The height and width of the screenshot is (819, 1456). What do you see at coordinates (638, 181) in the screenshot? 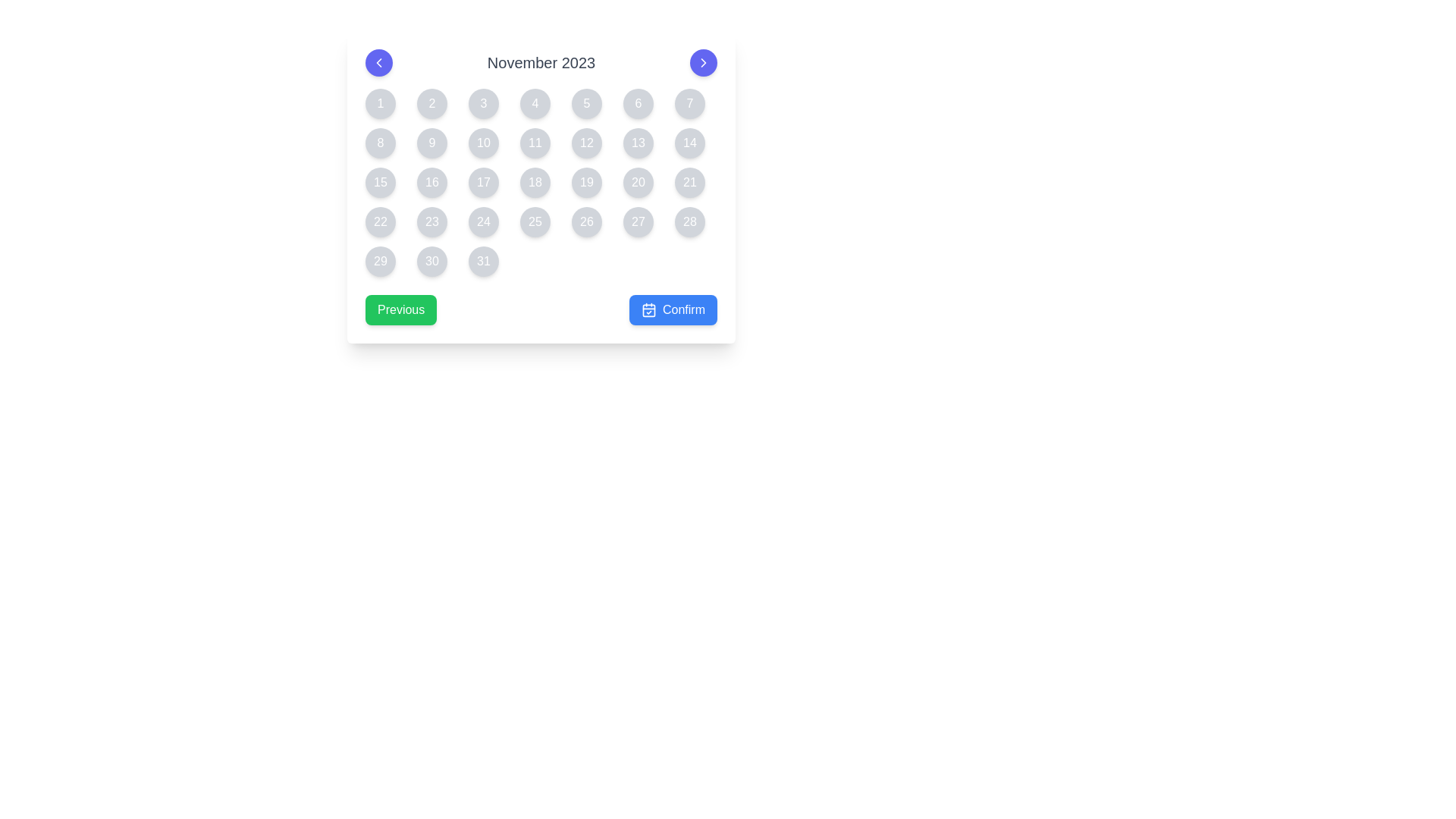
I see `the button representing the 20th day of November 2023 in the calendar interface to change its background color` at bounding box center [638, 181].